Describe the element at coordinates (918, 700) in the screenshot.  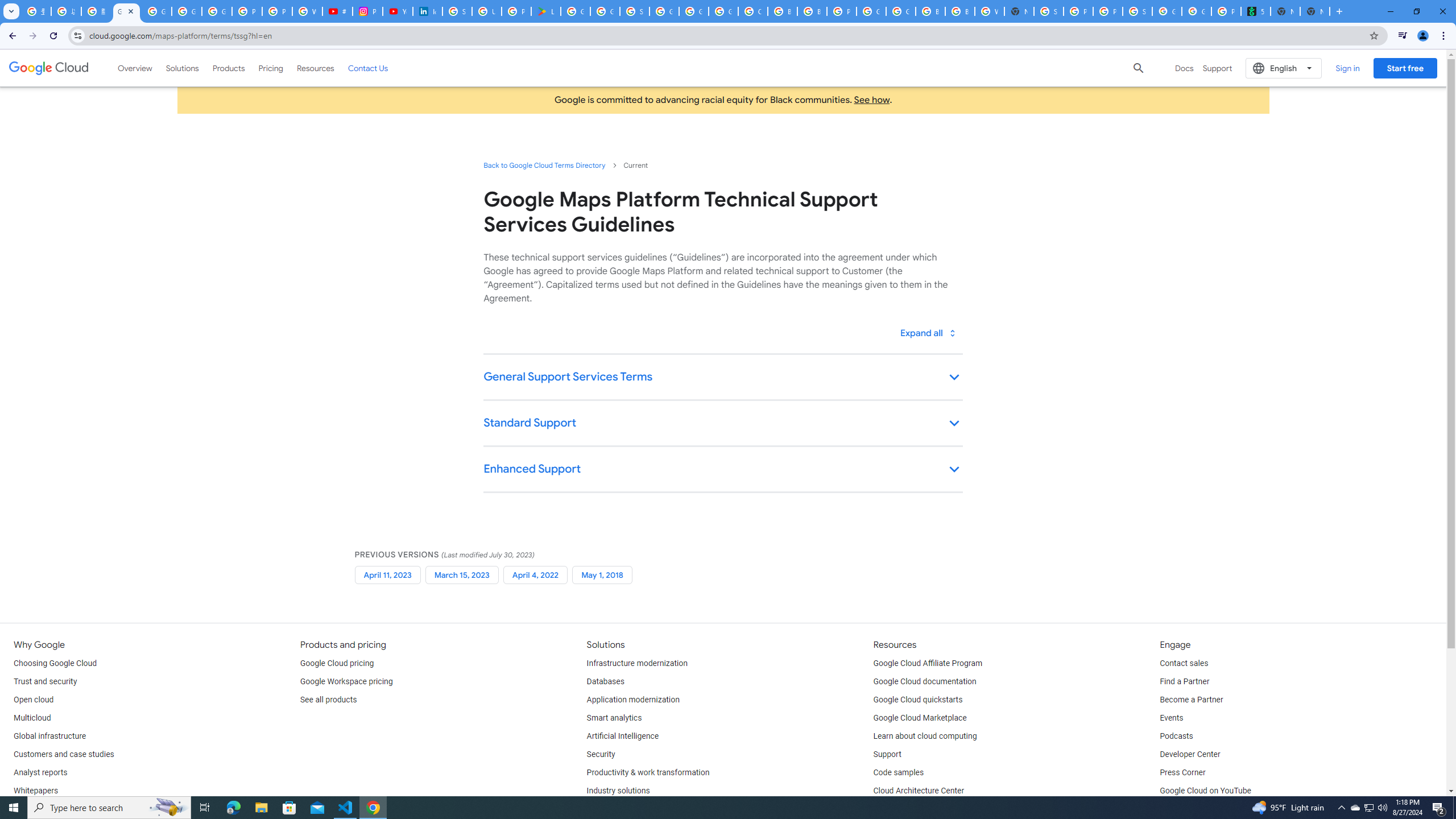
I see `'Google Cloud quickstarts'` at that location.